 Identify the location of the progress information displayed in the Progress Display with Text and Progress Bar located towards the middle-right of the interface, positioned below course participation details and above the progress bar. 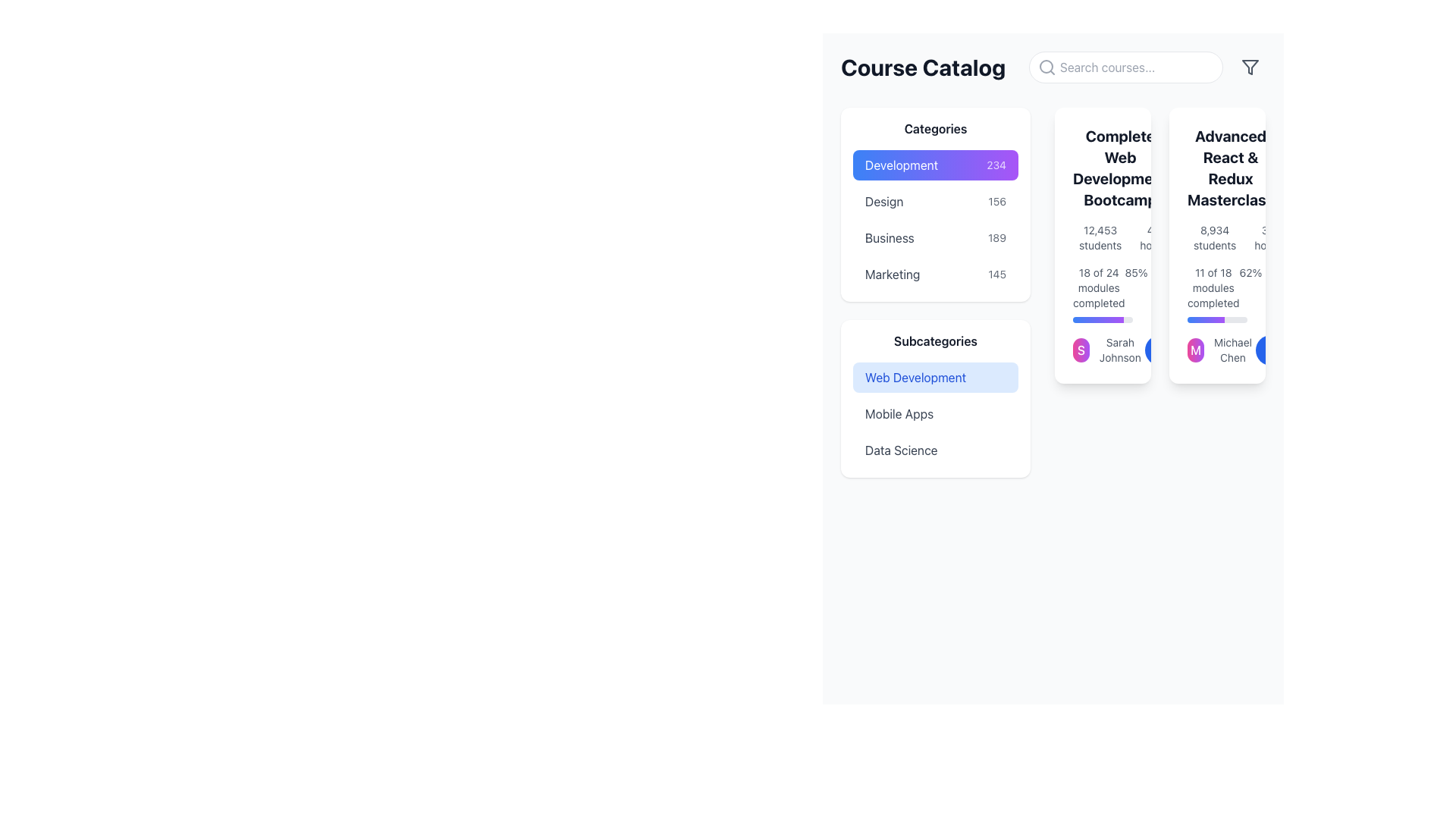
(1103, 294).